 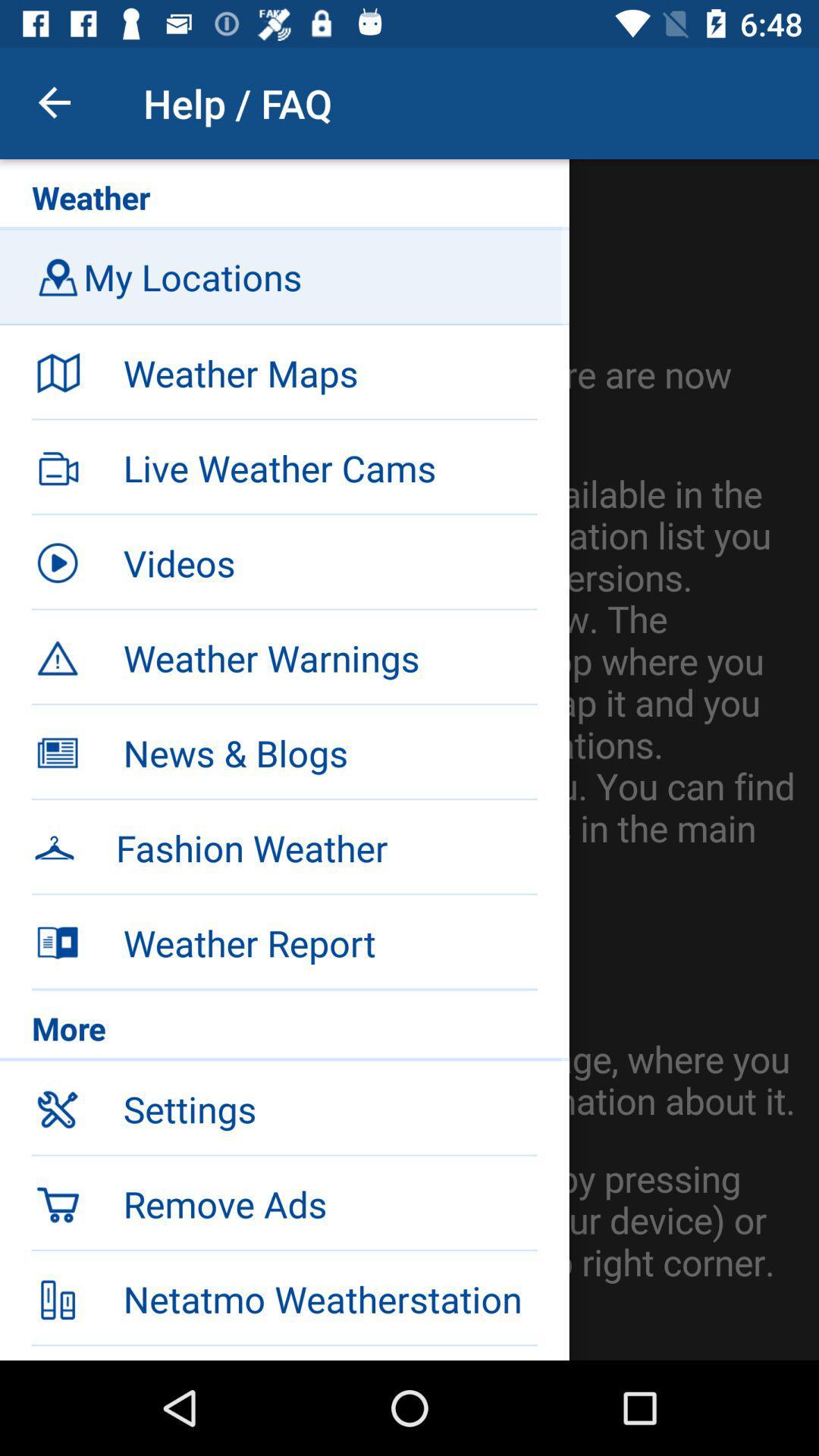 What do you see at coordinates (284, 845) in the screenshot?
I see `the item below news & blogs icon` at bounding box center [284, 845].